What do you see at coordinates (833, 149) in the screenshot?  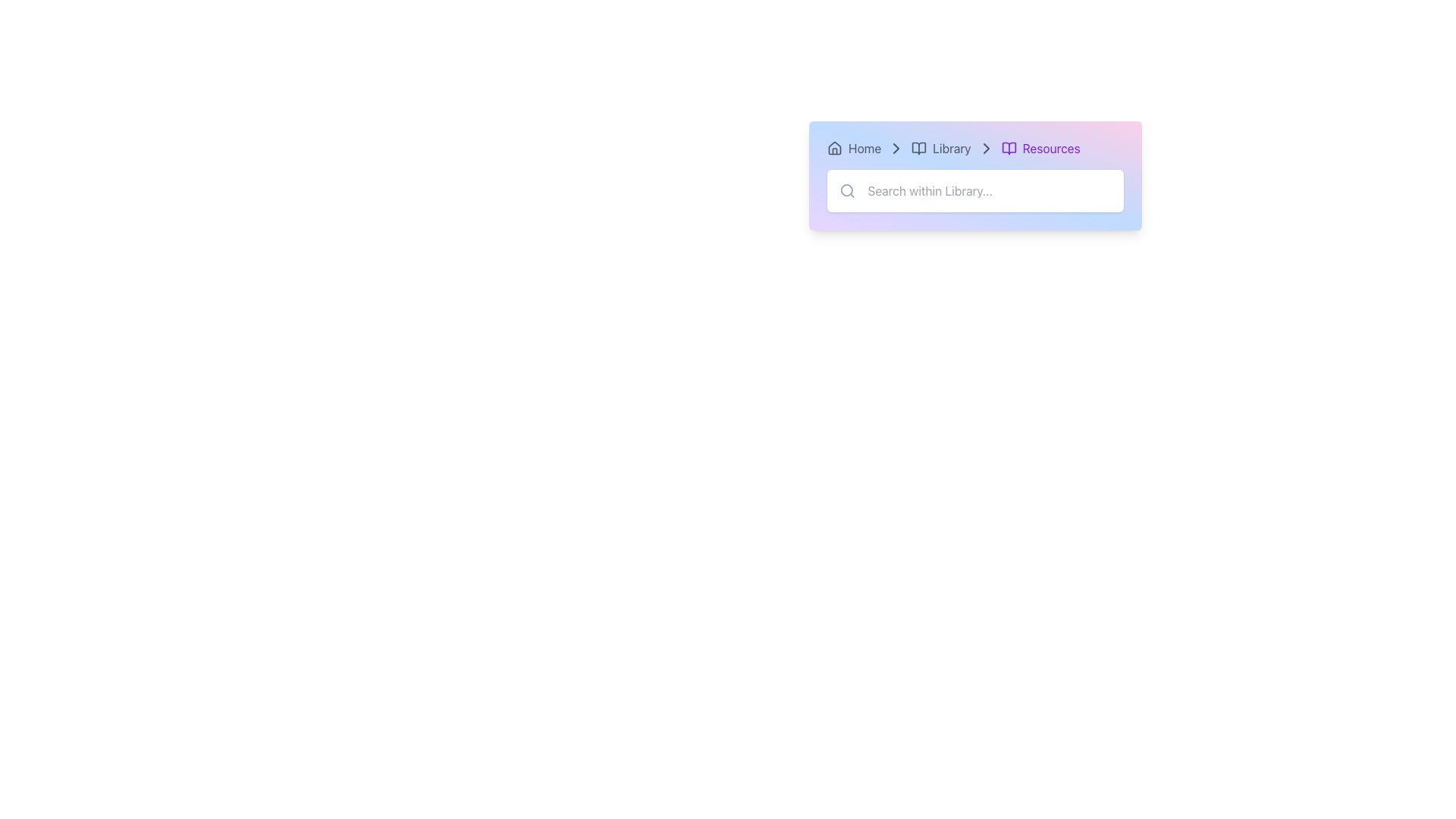 I see `the 'Home' icon located at the far left of the navigation bar` at bounding box center [833, 149].